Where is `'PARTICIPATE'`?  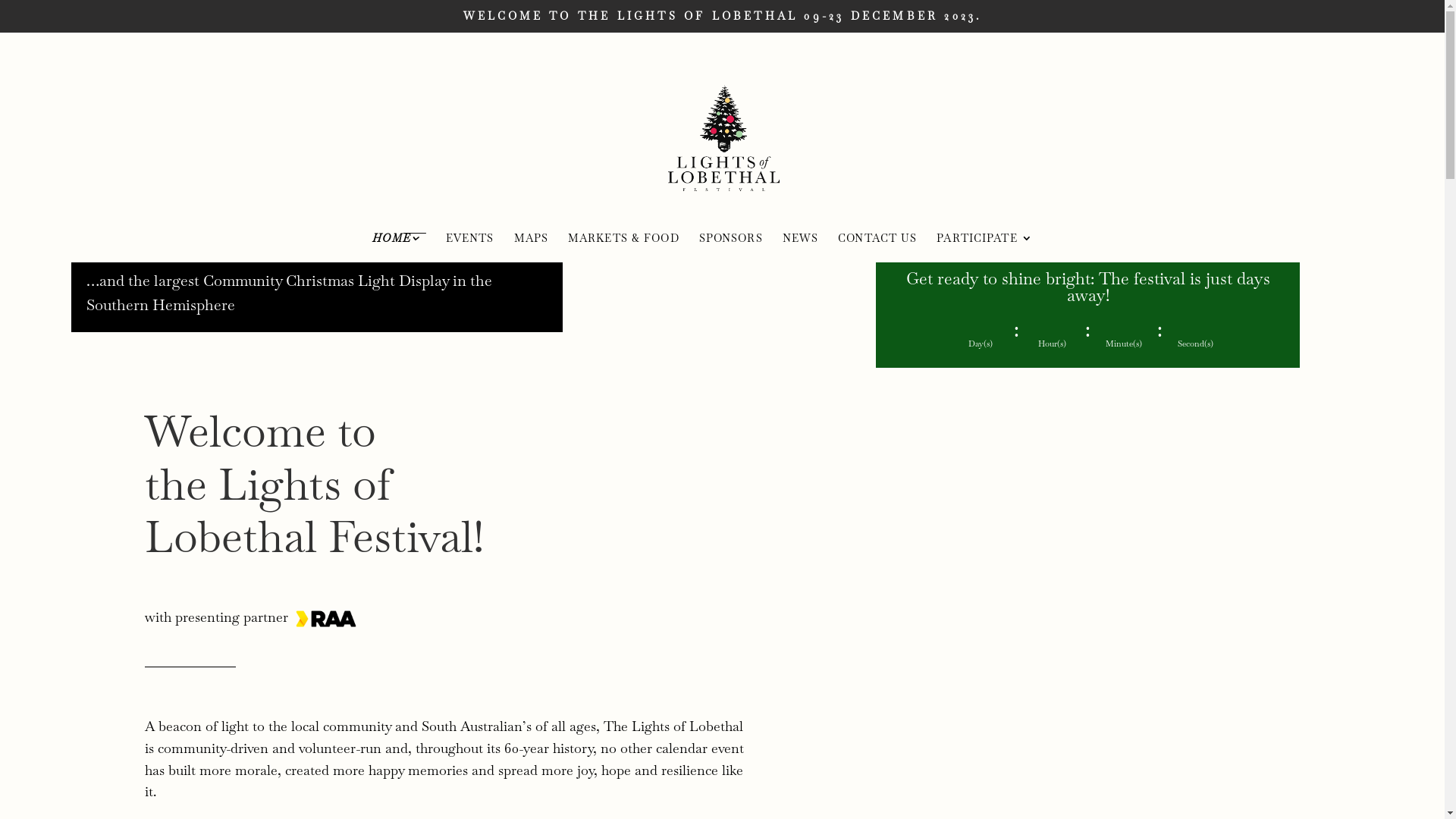
'PARTICIPATE' is located at coordinates (984, 246).